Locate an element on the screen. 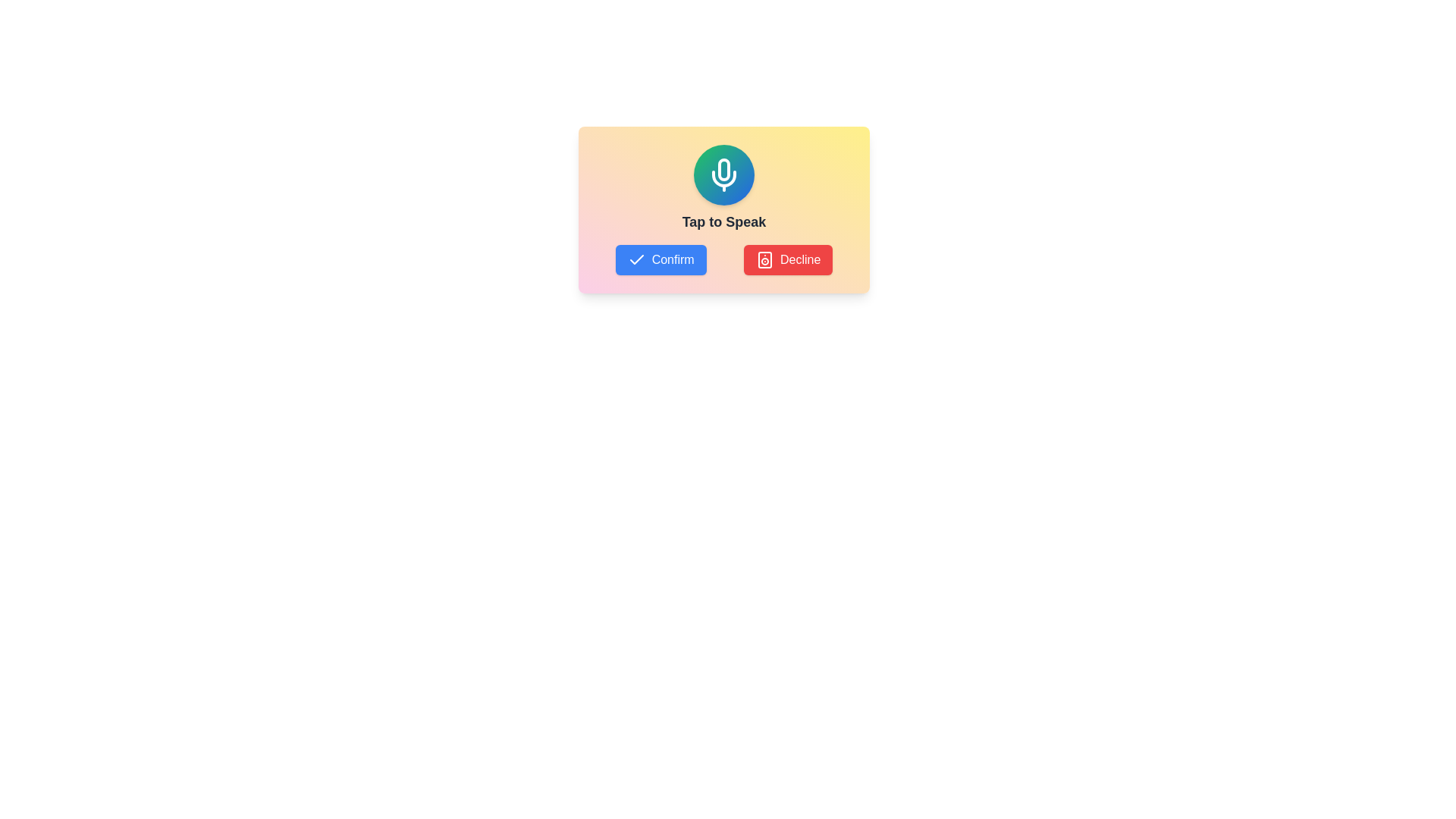 This screenshot has width=1456, height=819. the narrow, pill-shaped microphone icon located above the 'Tap to Speak' text in the interface is located at coordinates (723, 169).